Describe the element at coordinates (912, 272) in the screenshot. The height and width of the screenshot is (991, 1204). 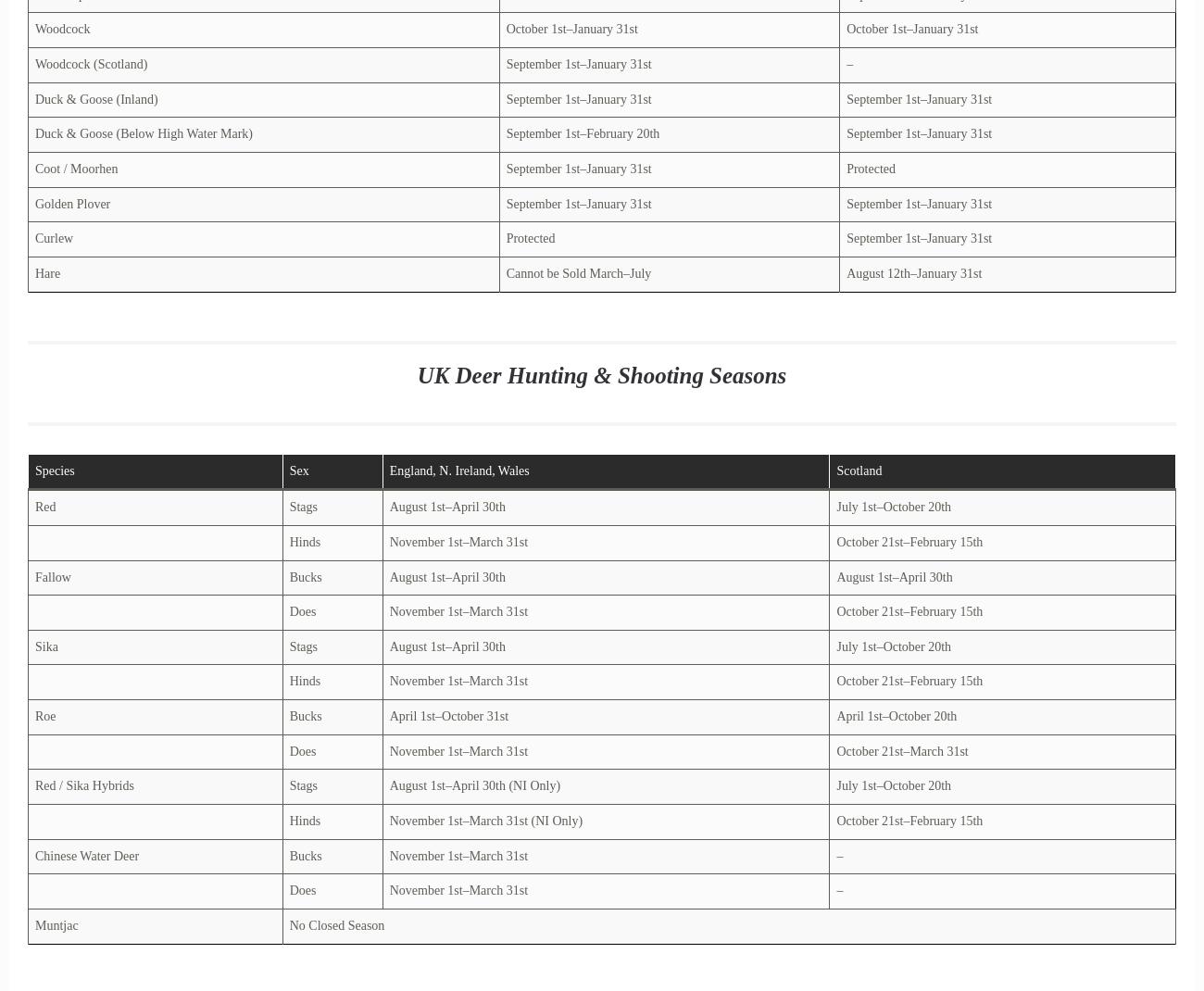
I see `'August 12th–January 31st'` at that location.